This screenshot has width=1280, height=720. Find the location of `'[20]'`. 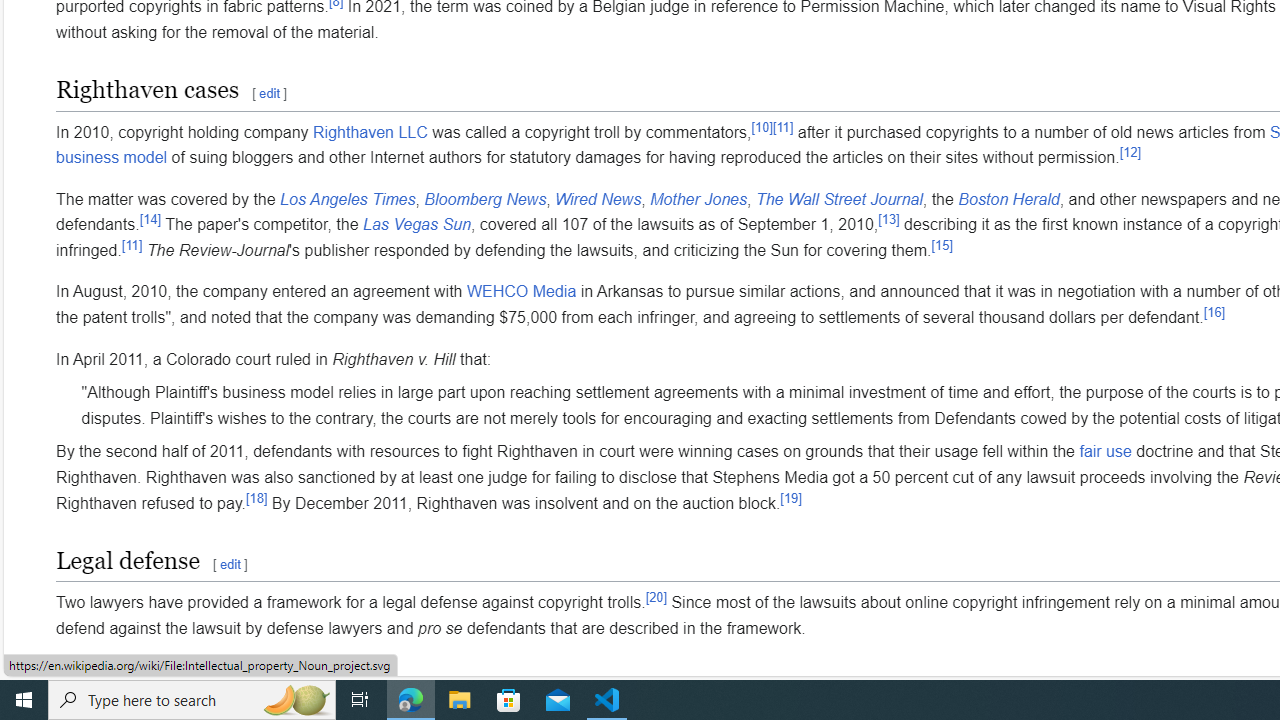

'[20]' is located at coordinates (656, 595).